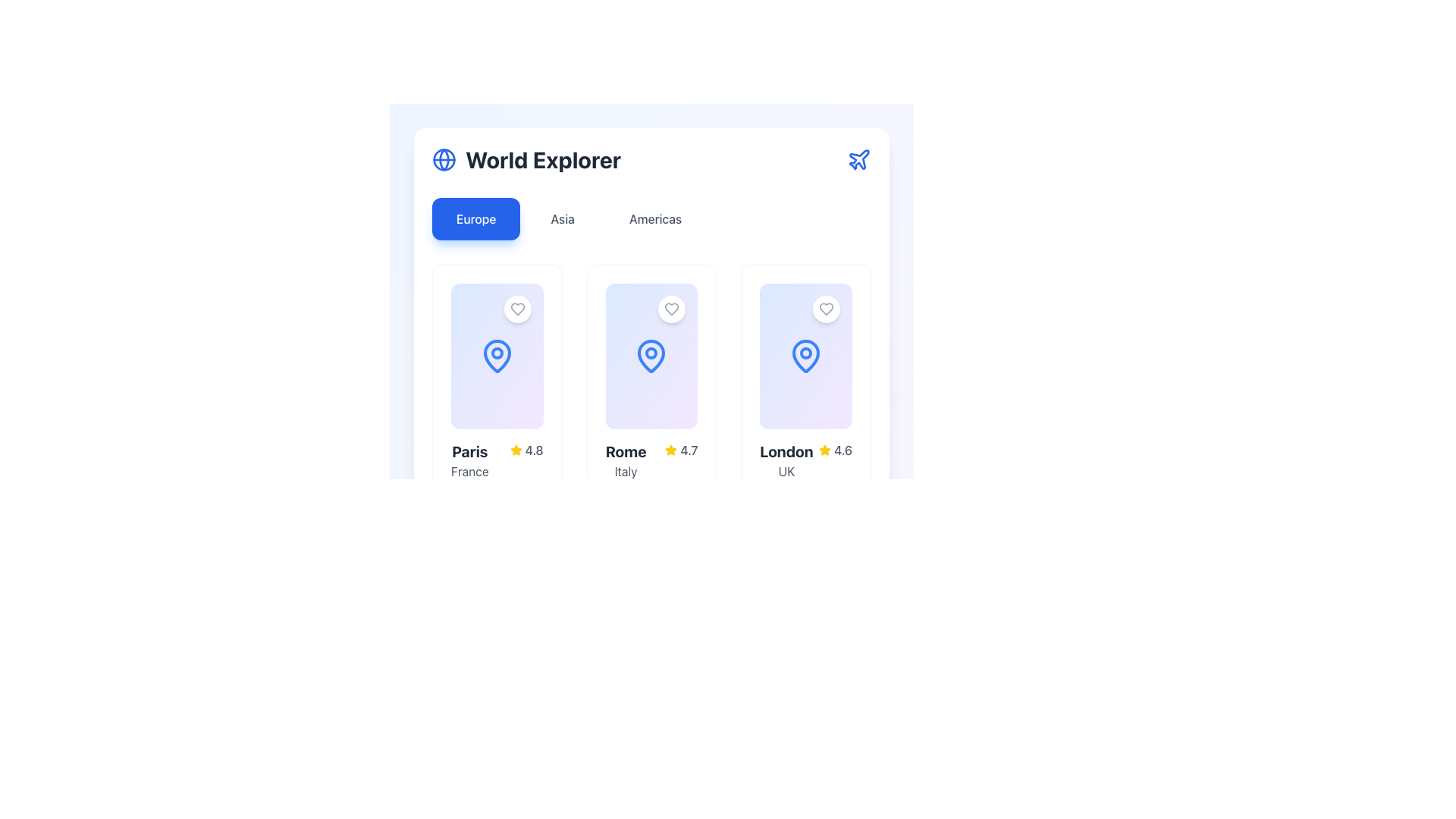 Image resolution: width=1456 pixels, height=819 pixels. I want to click on the central map pin icon representing 'Rome, Italy' located in the second column of the 'Europe' section by moving the cursor to its center, so click(651, 356).